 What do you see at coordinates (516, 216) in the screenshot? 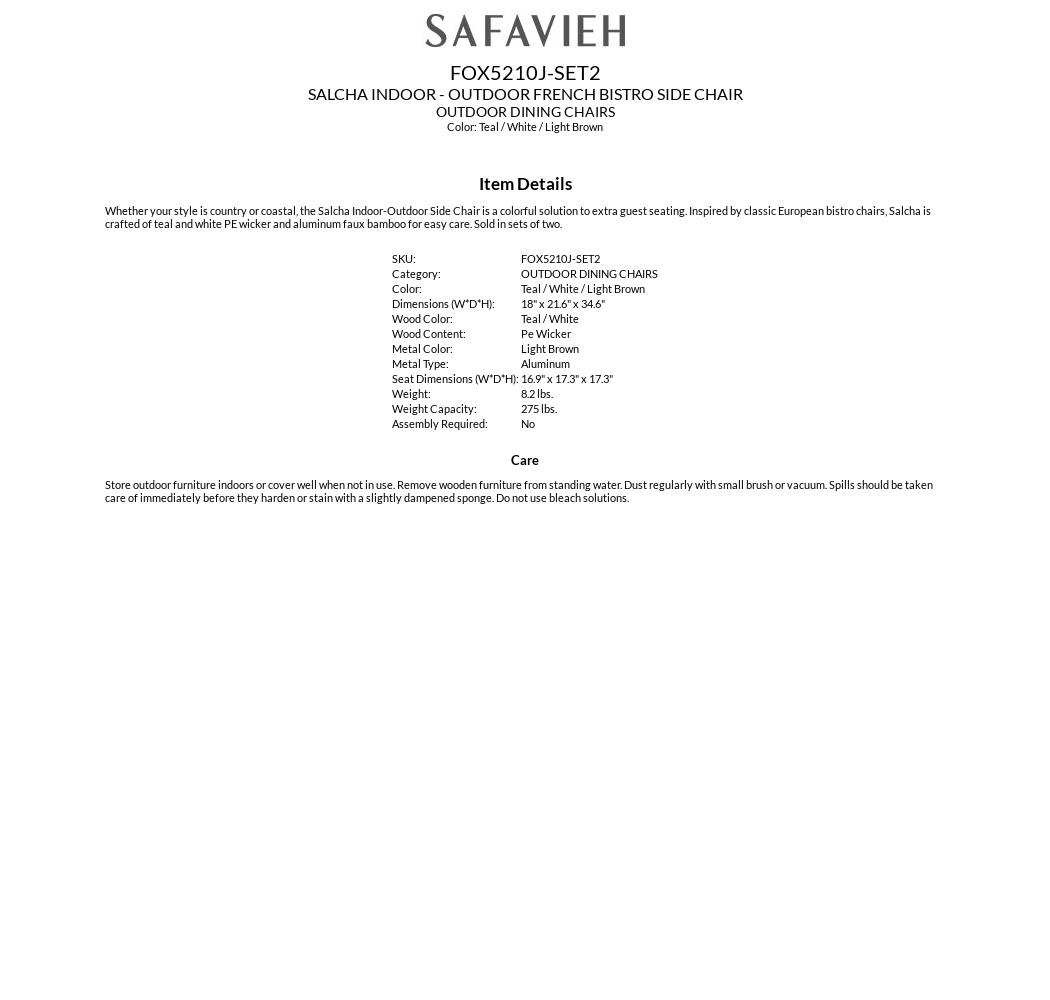
I see `'Whether your style is country or coastal, the Salcha Indoor-Outdoor Side Chair is a colorful solution to extra guest seating. Inspired by classic European bistro chairs, Salcha is crafted of teal and white PE wicker and aluminum faux bamboo for easy care. Sold in sets of two.'` at bounding box center [516, 216].